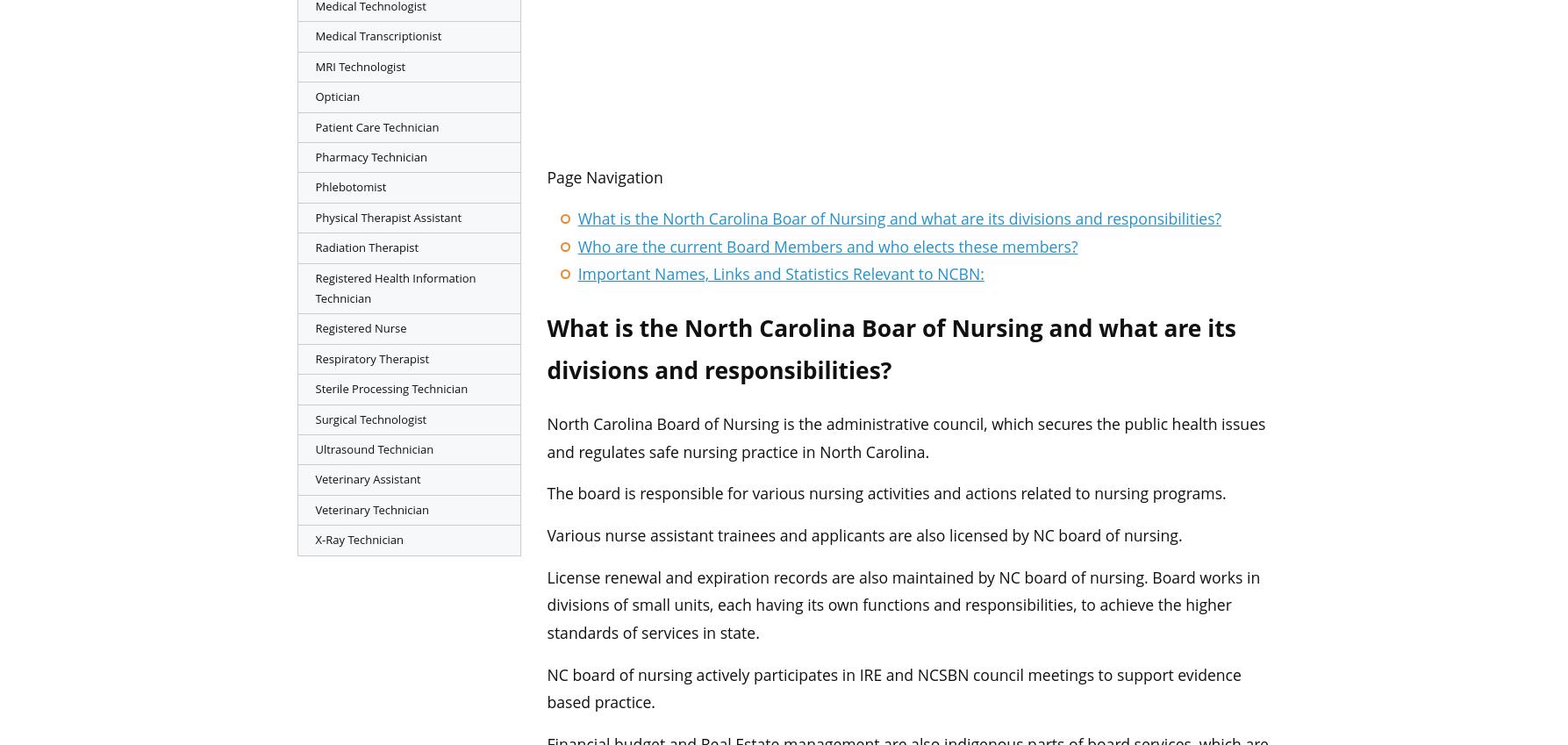 This screenshot has width=1568, height=745. What do you see at coordinates (361, 327) in the screenshot?
I see `'Registered Nurse'` at bounding box center [361, 327].